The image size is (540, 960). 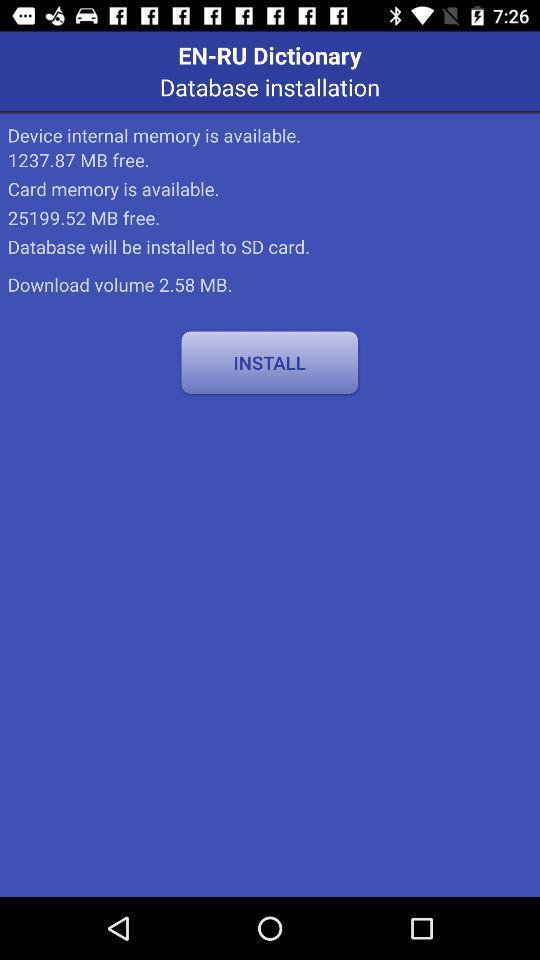 What do you see at coordinates (269, 361) in the screenshot?
I see `install icon` at bounding box center [269, 361].